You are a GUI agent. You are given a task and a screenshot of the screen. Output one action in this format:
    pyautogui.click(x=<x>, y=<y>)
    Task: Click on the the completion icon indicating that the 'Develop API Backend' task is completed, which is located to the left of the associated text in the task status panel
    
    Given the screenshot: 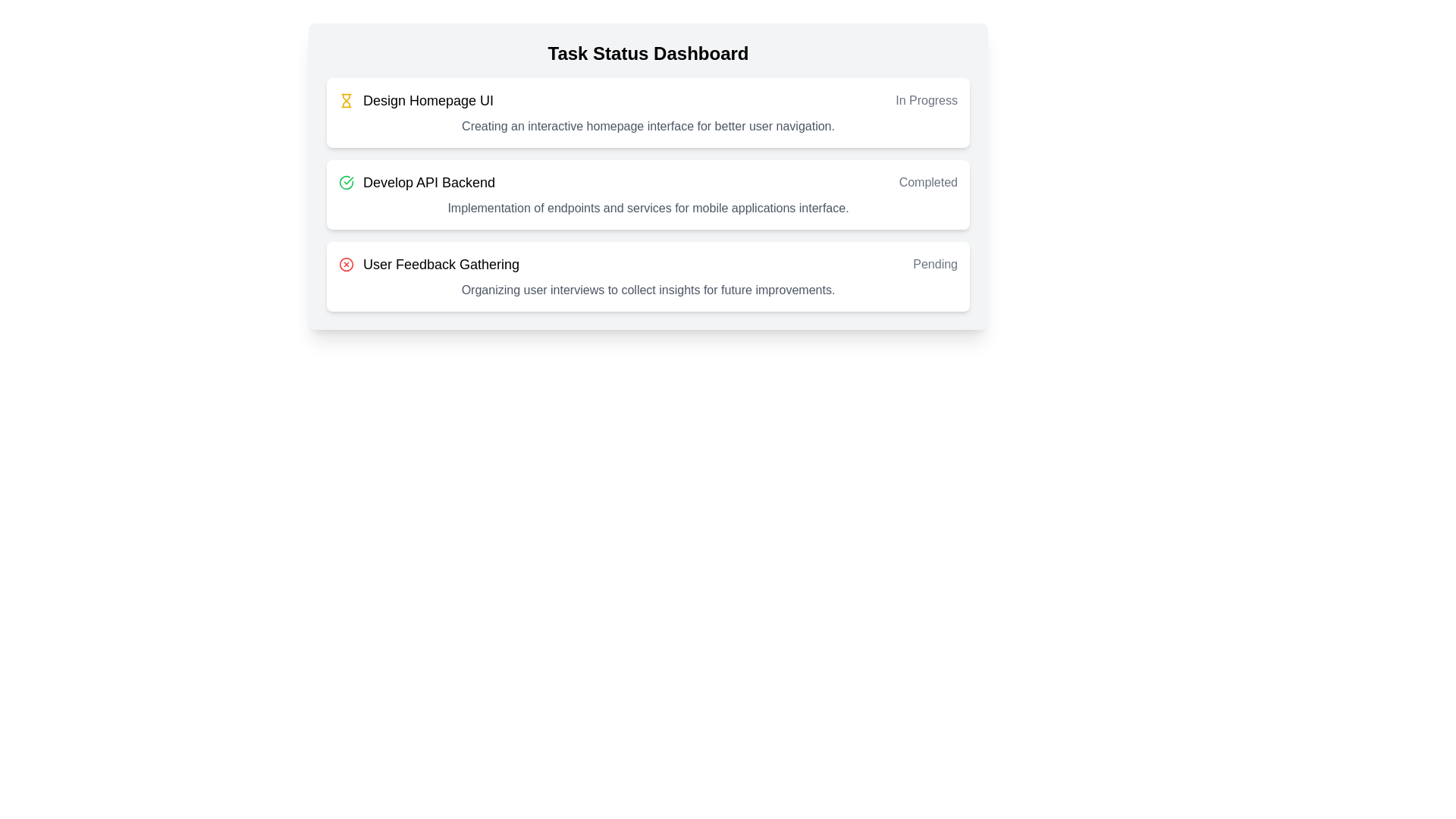 What is the action you would take?
    pyautogui.click(x=345, y=181)
    